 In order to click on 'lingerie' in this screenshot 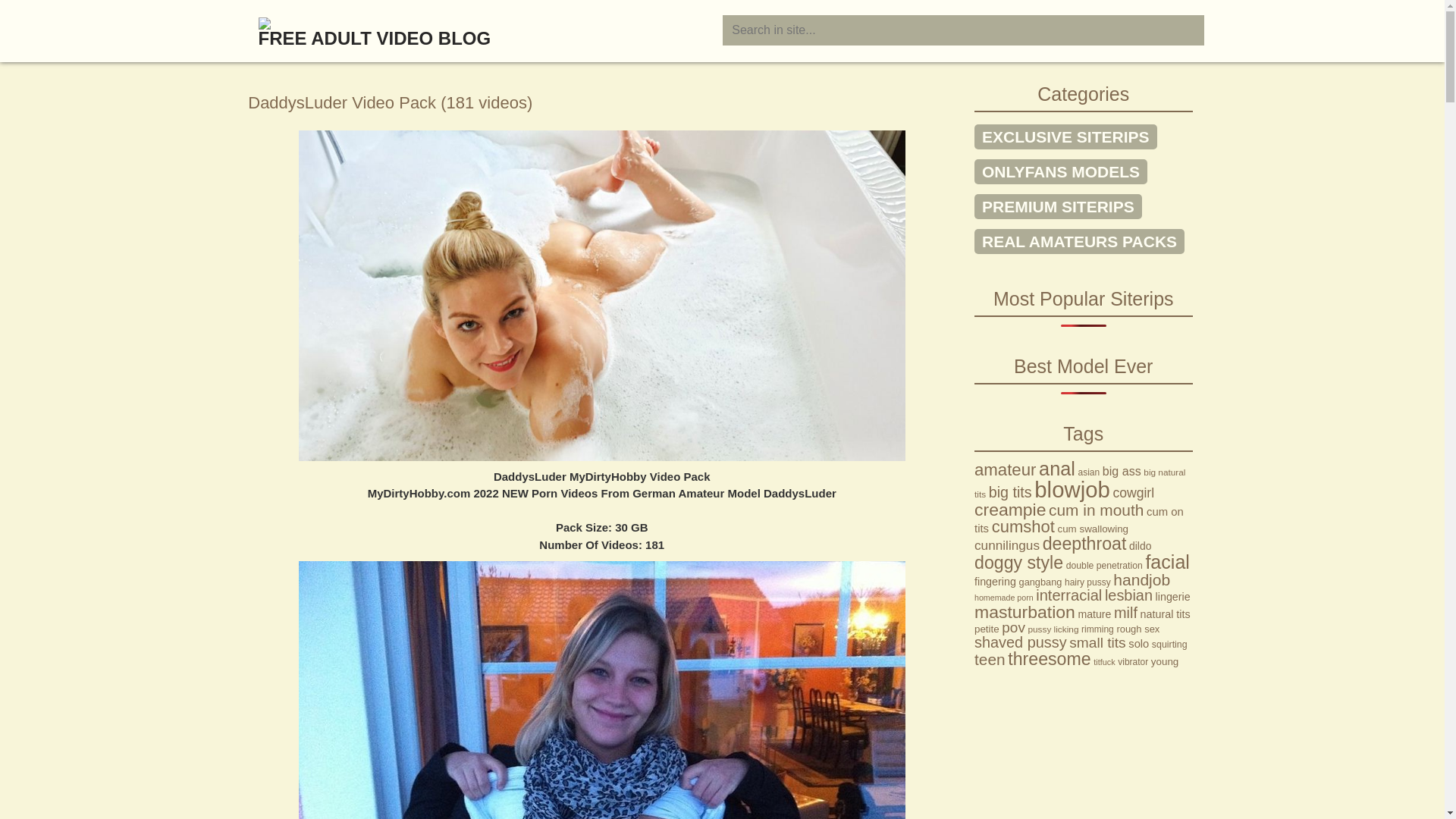, I will do `click(1172, 595)`.